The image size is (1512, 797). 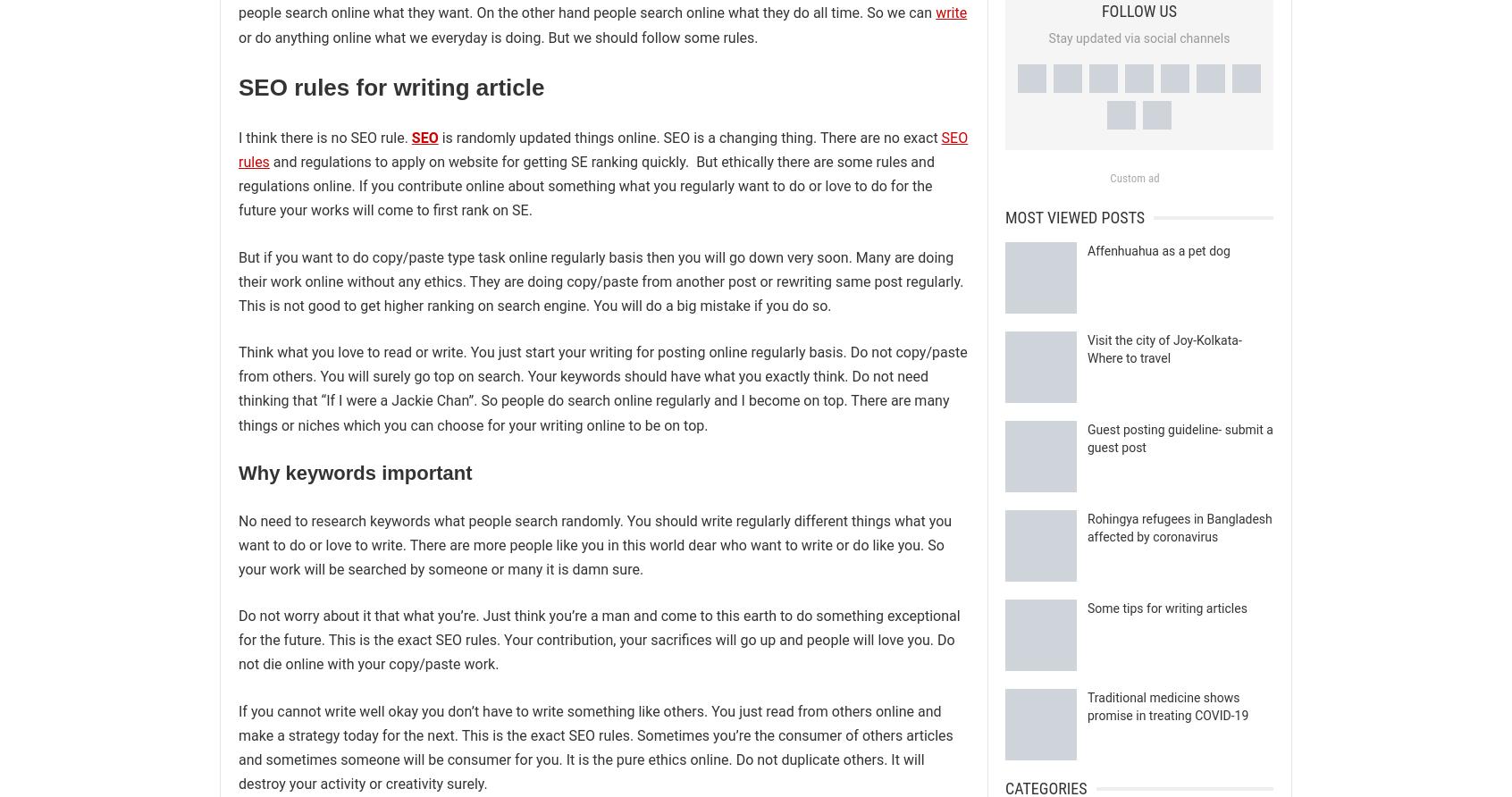 I want to click on 'Stay updated via social channels', so click(x=1138, y=38).